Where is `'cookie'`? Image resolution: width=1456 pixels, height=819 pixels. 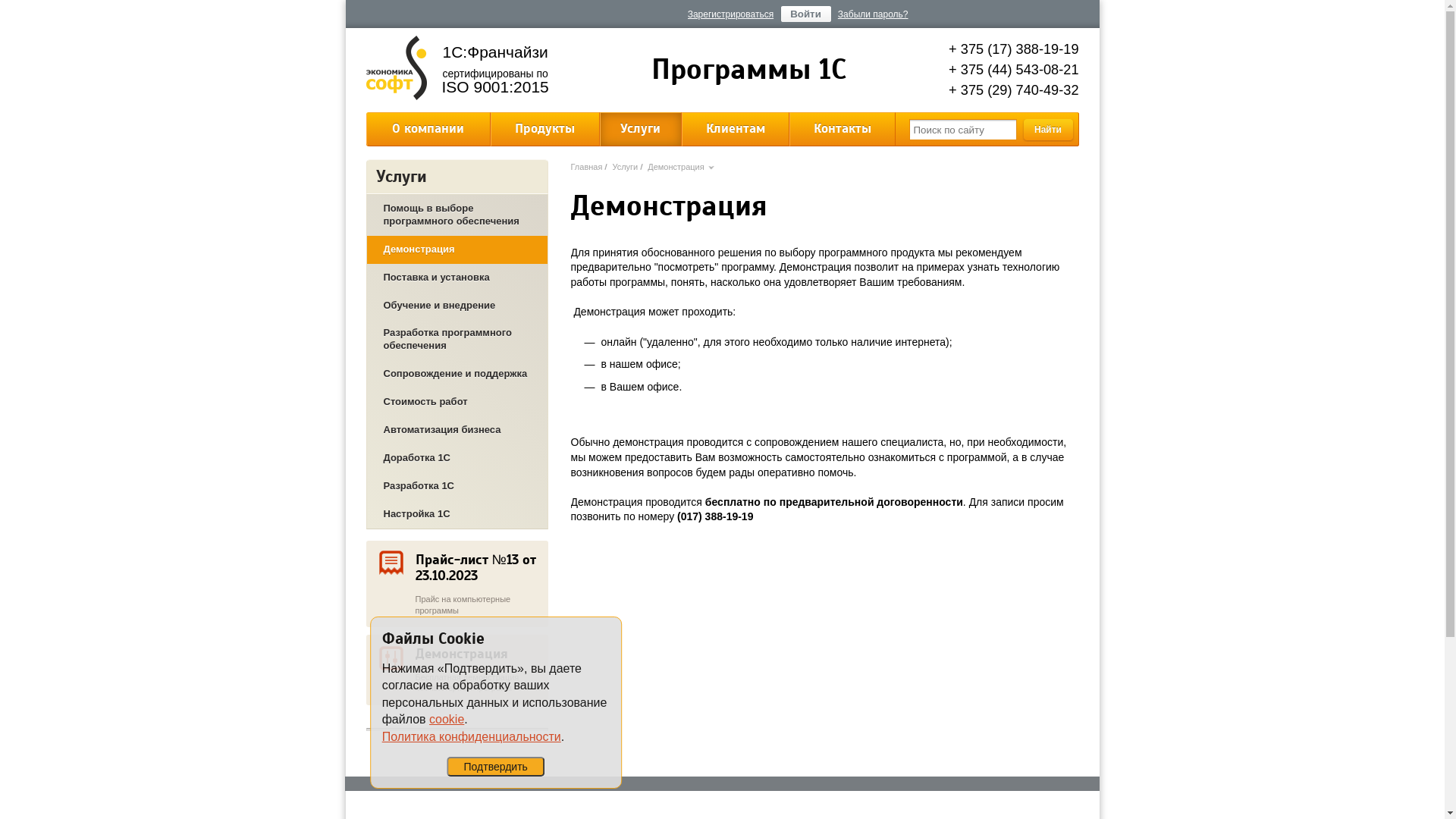 'cookie' is located at coordinates (446, 718).